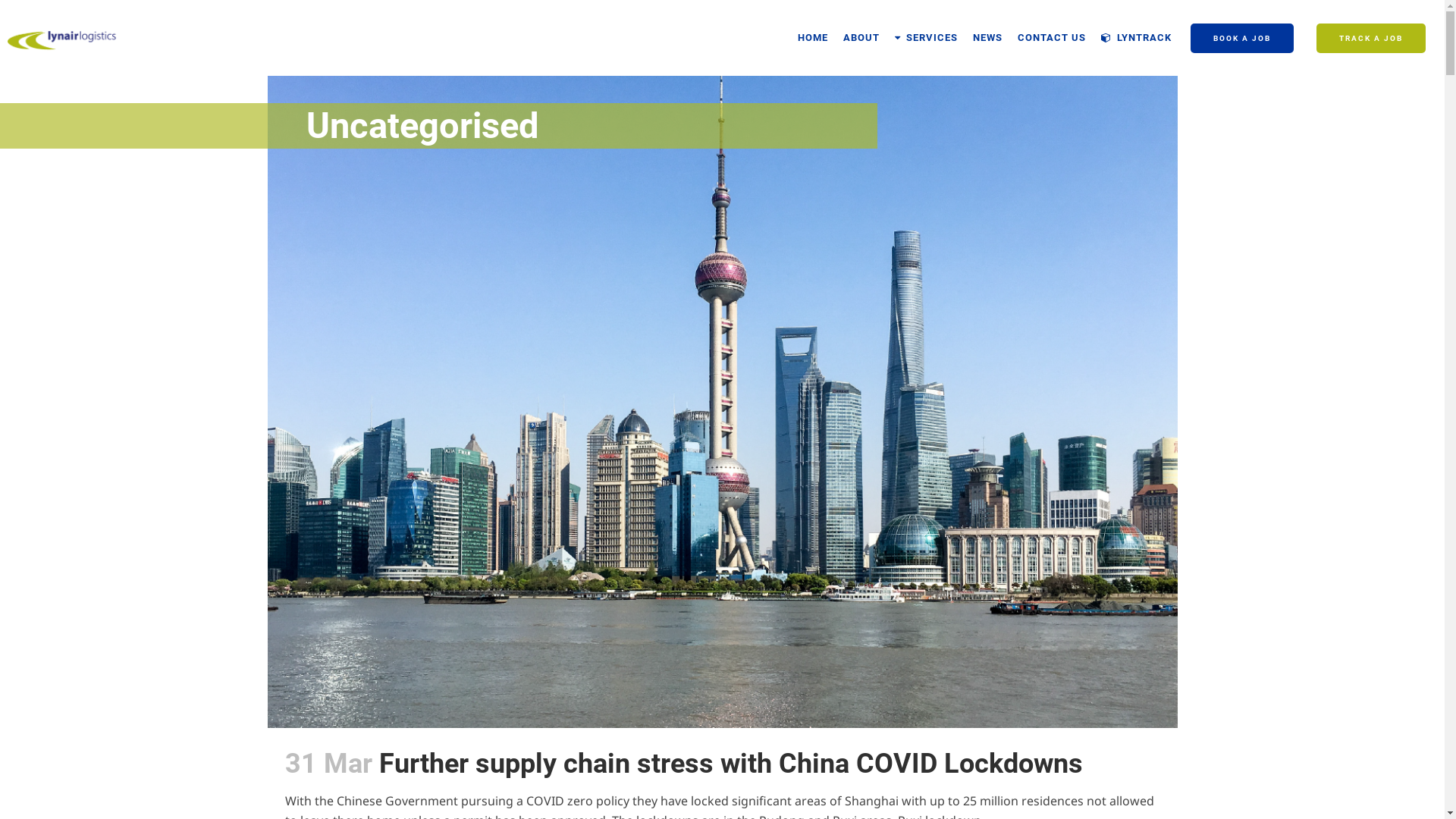 The width and height of the screenshot is (1456, 819). I want to click on 'BOOK A JOB', so click(1241, 37).